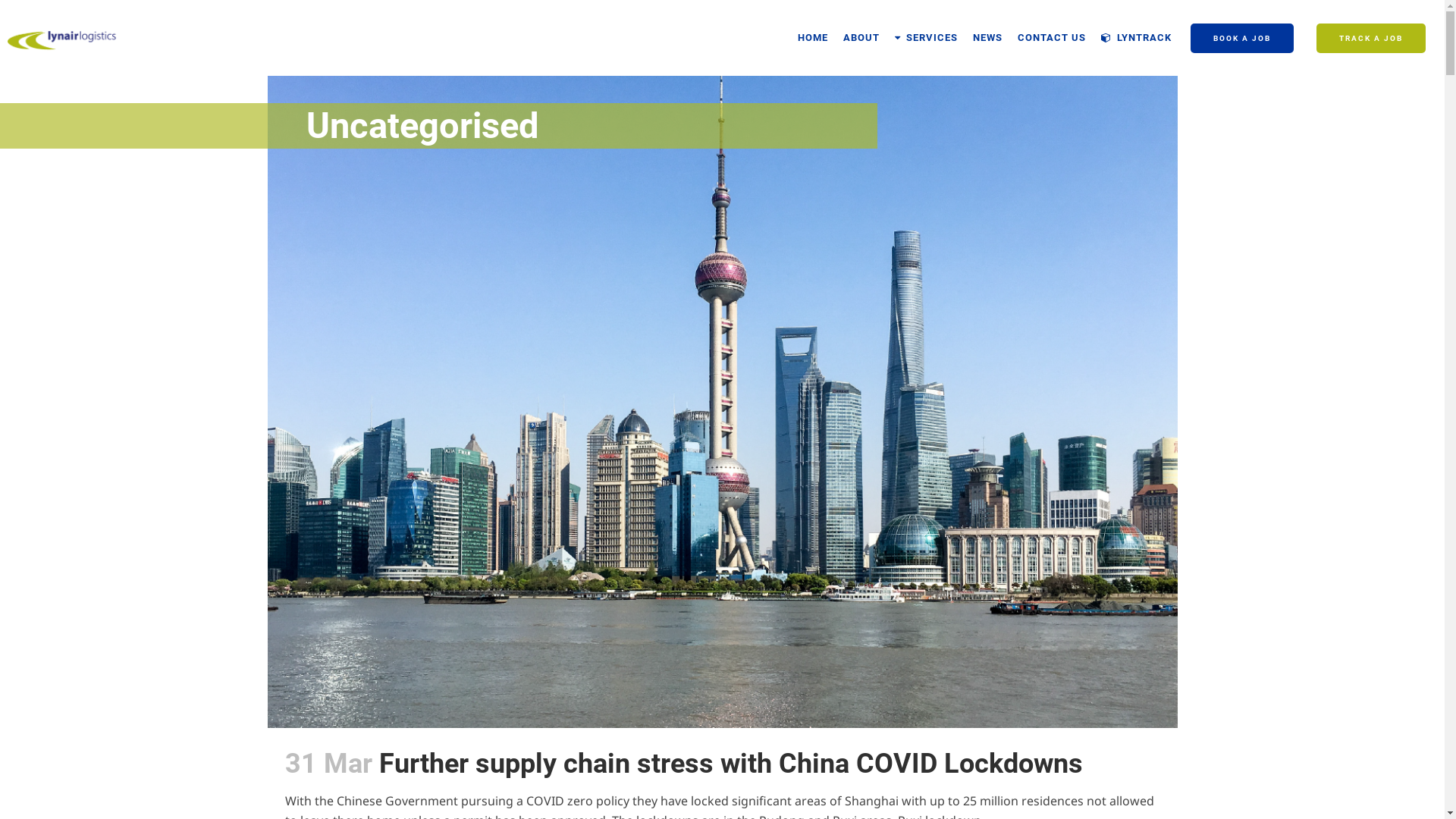 The width and height of the screenshot is (1456, 819). I want to click on 'BOOK A JOB', so click(1241, 37).